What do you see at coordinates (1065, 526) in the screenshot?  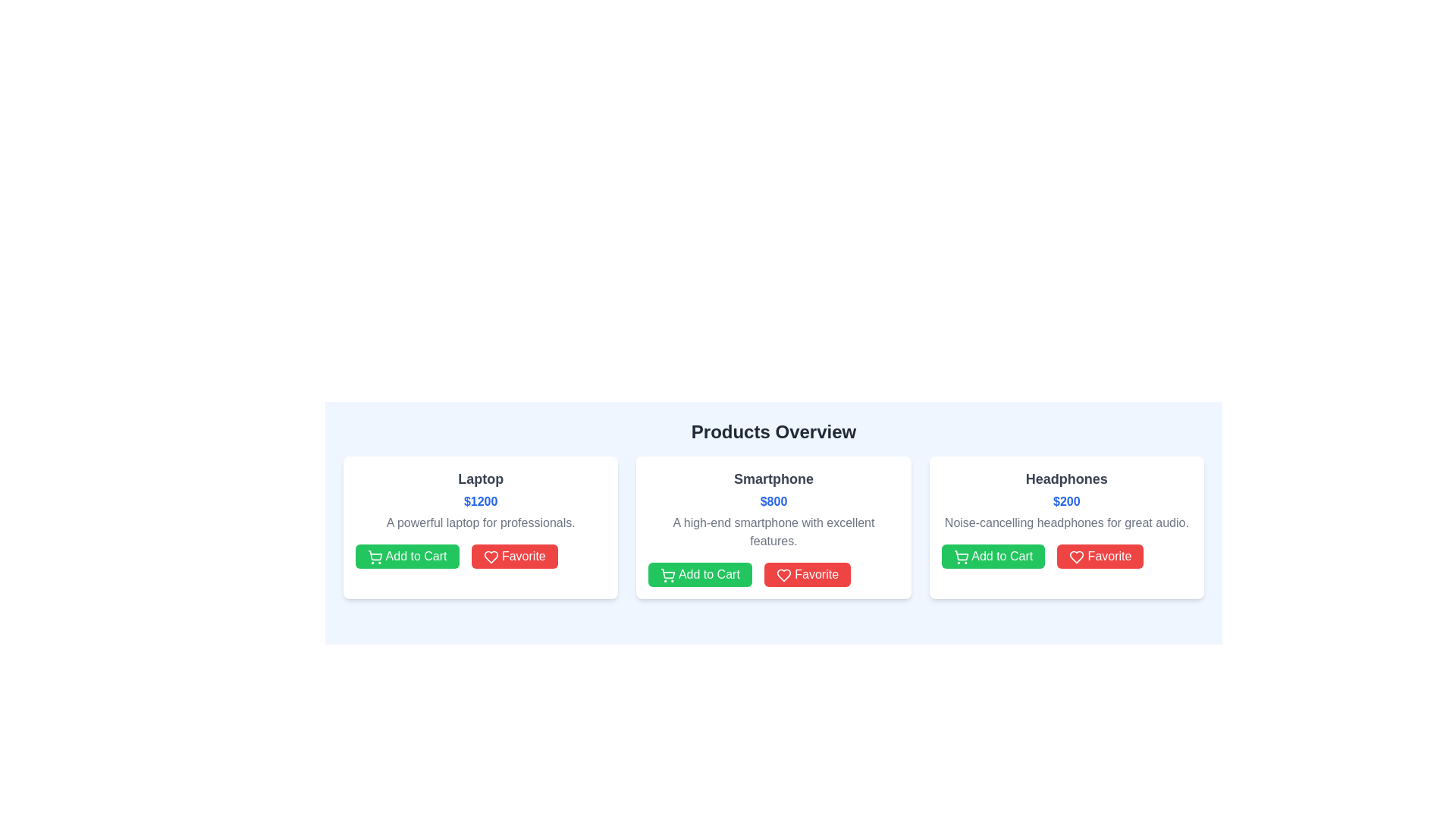 I see `the 'Add to Cart' button on the Product card titled 'Headphones', which is located in the grid layout with a white background and rounded corners` at bounding box center [1065, 526].